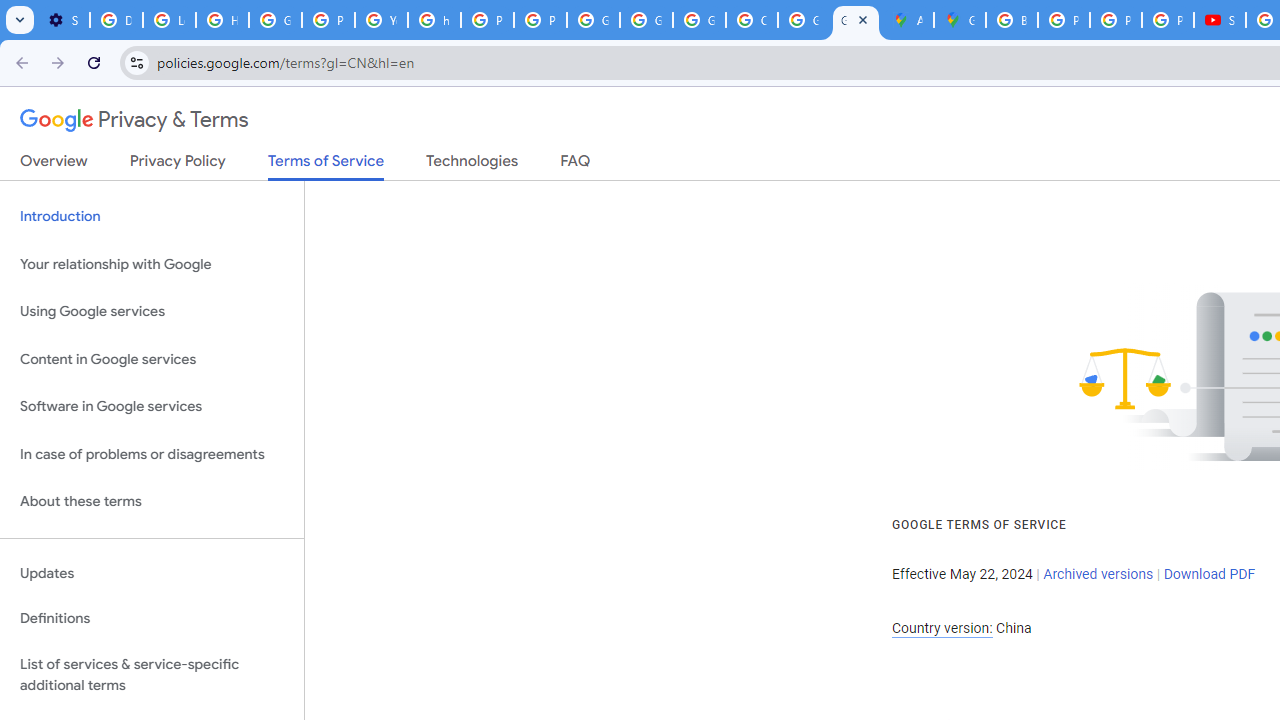 This screenshot has width=1280, height=720. Describe the element at coordinates (151, 675) in the screenshot. I see `'List of services & service-specific additional terms'` at that location.